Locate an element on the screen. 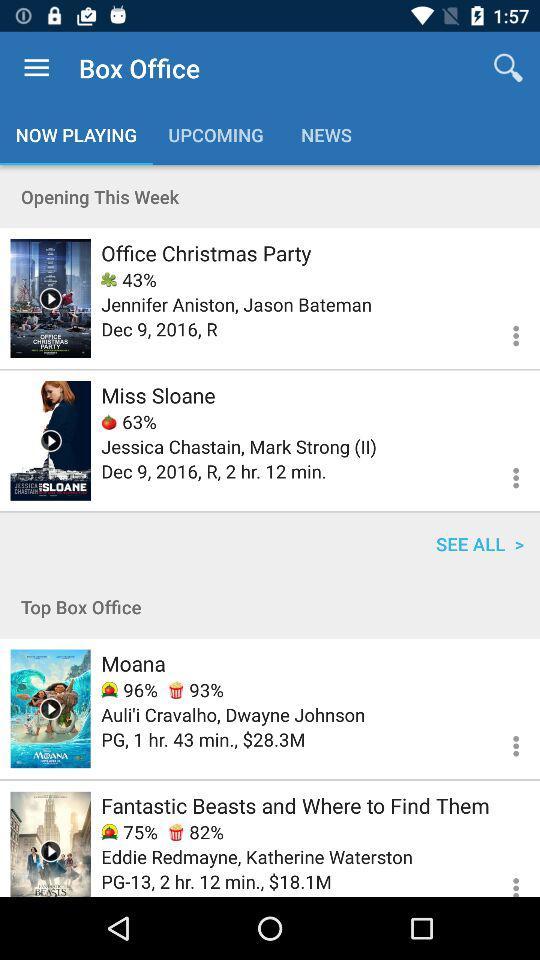 The image size is (540, 960). icon above auli i cravalho is located at coordinates (129, 690).